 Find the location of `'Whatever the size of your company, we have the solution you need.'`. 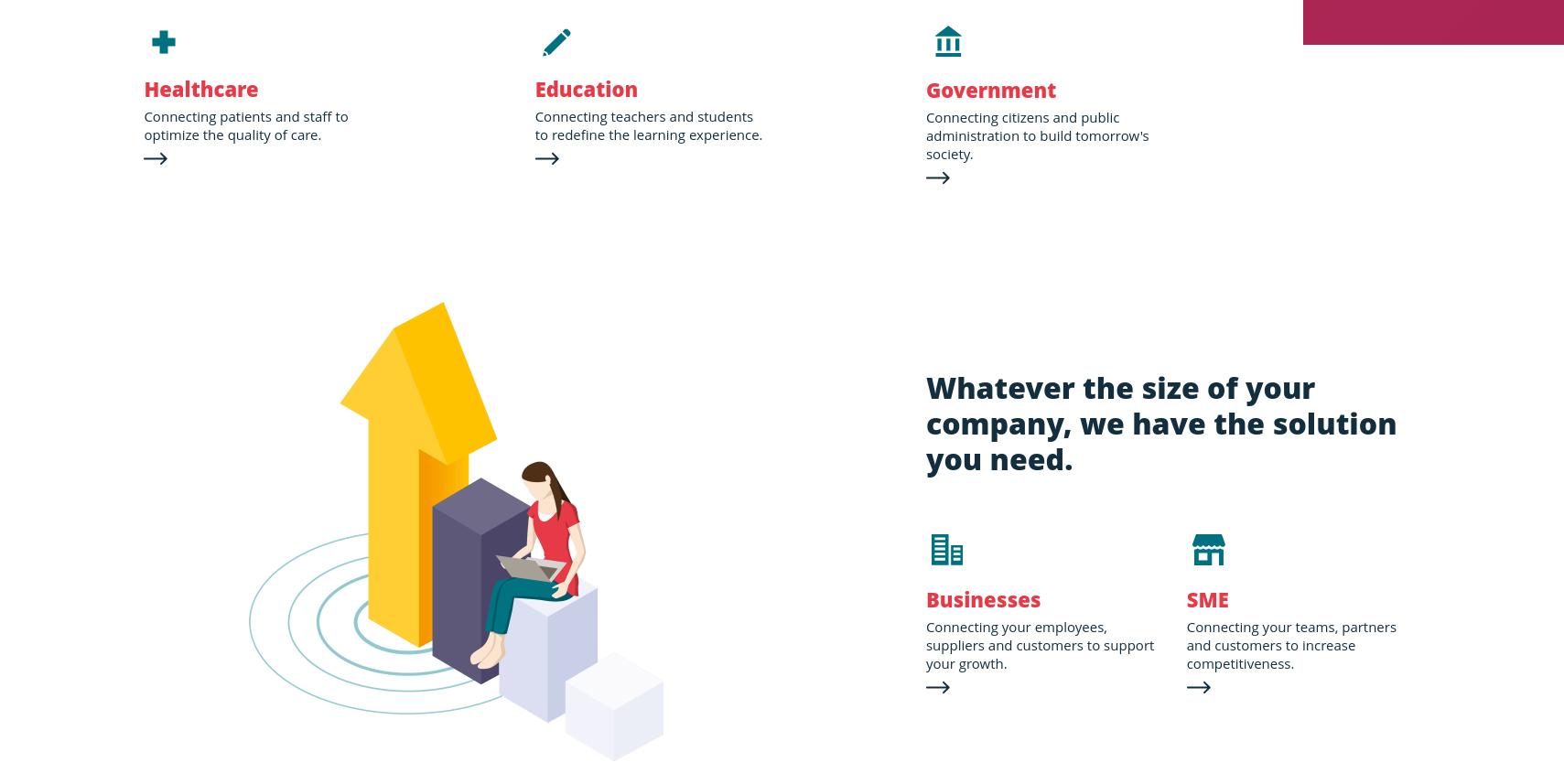

'Whatever the size of your company, we have the solution you need.' is located at coordinates (1160, 422).